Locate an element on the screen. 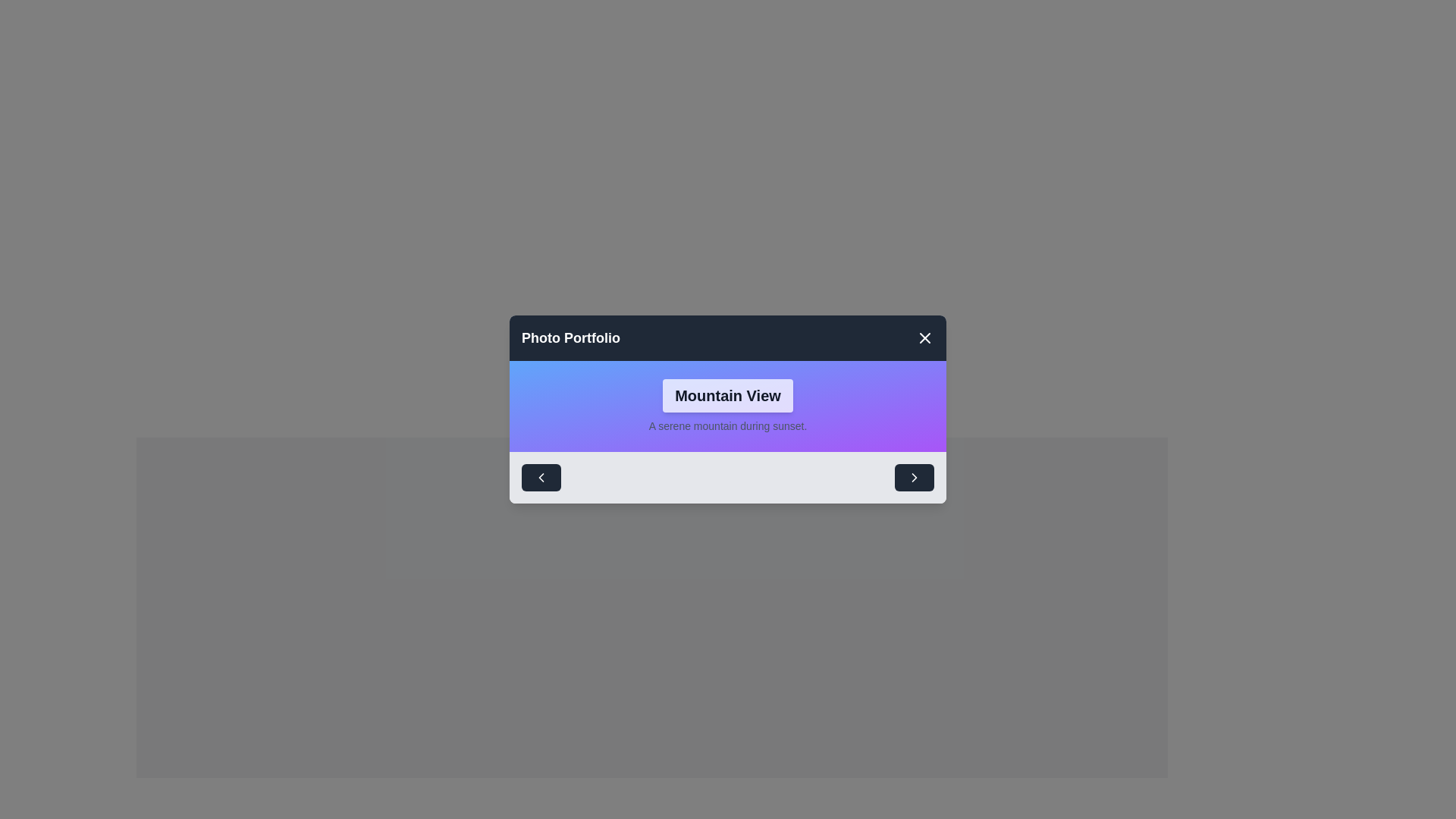 This screenshot has width=1456, height=819. the diagonal cross icon, which is a thin white SVG line drawing located within a small red square in the top-right corner of the dark navy 'Photo Portfolio' panel is located at coordinates (924, 337).